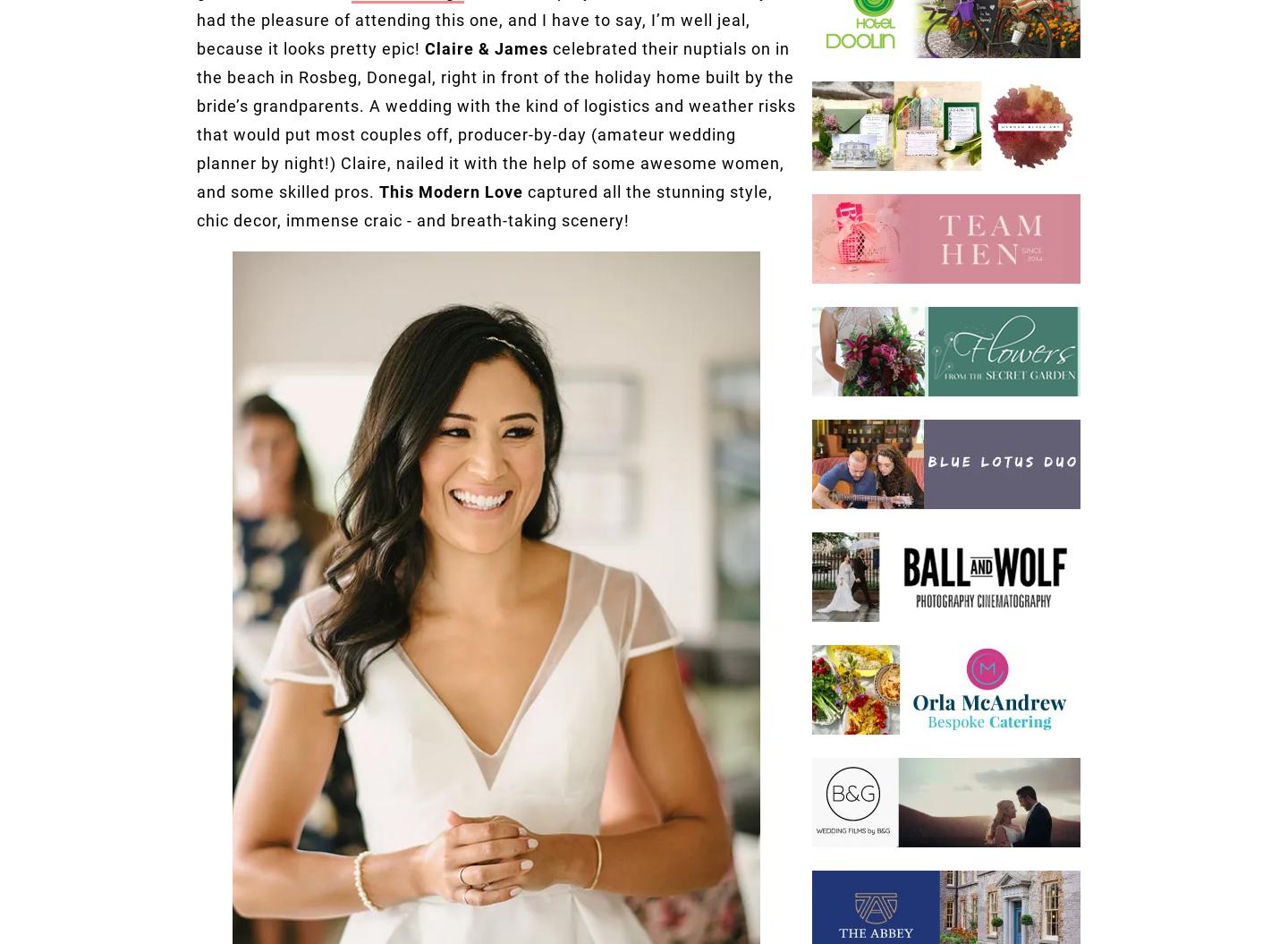  Describe the element at coordinates (738, 112) in the screenshot. I see `'Maje'` at that location.